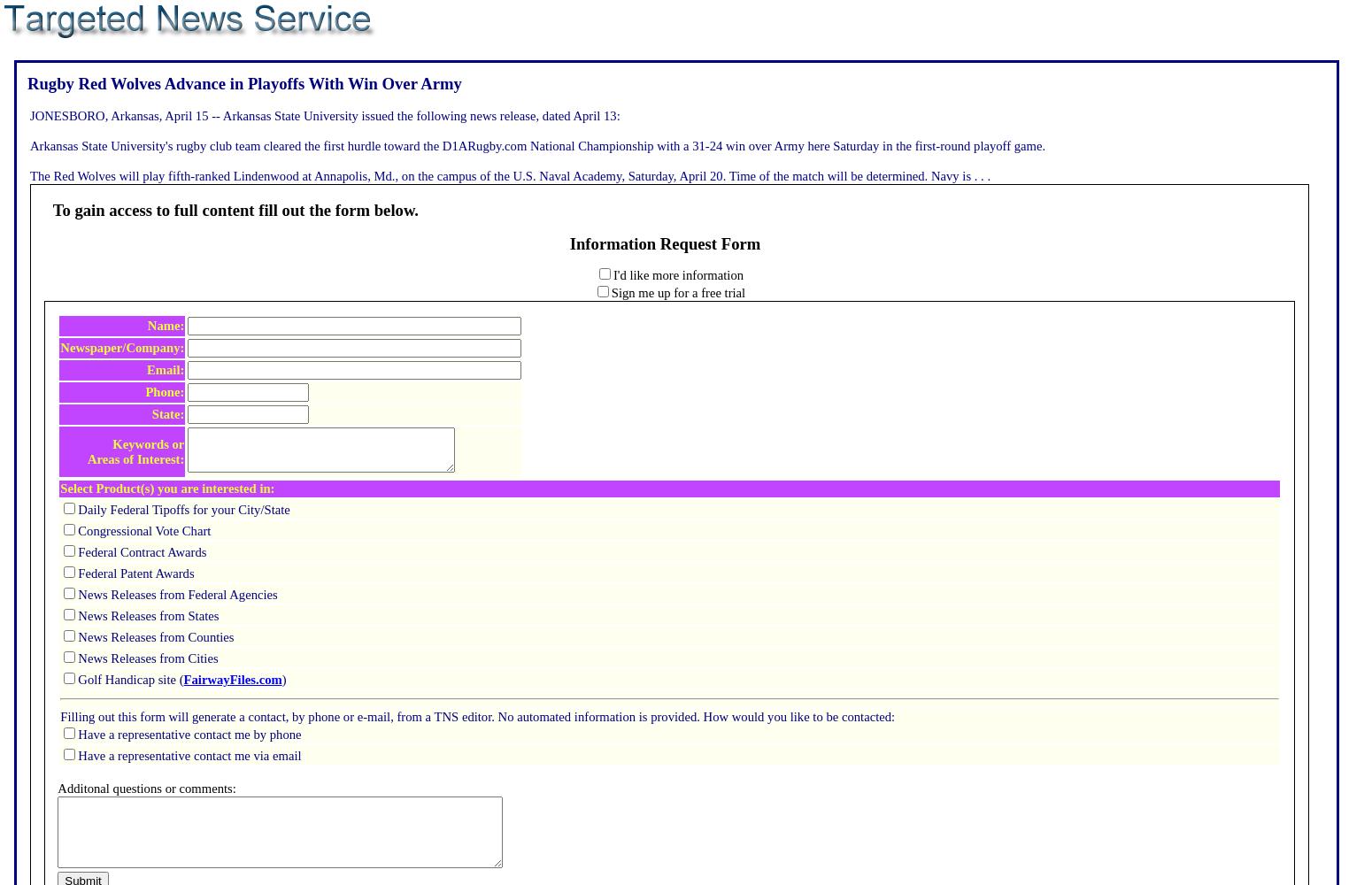  What do you see at coordinates (135, 458) in the screenshot?
I see `'Areas of Interest:'` at bounding box center [135, 458].